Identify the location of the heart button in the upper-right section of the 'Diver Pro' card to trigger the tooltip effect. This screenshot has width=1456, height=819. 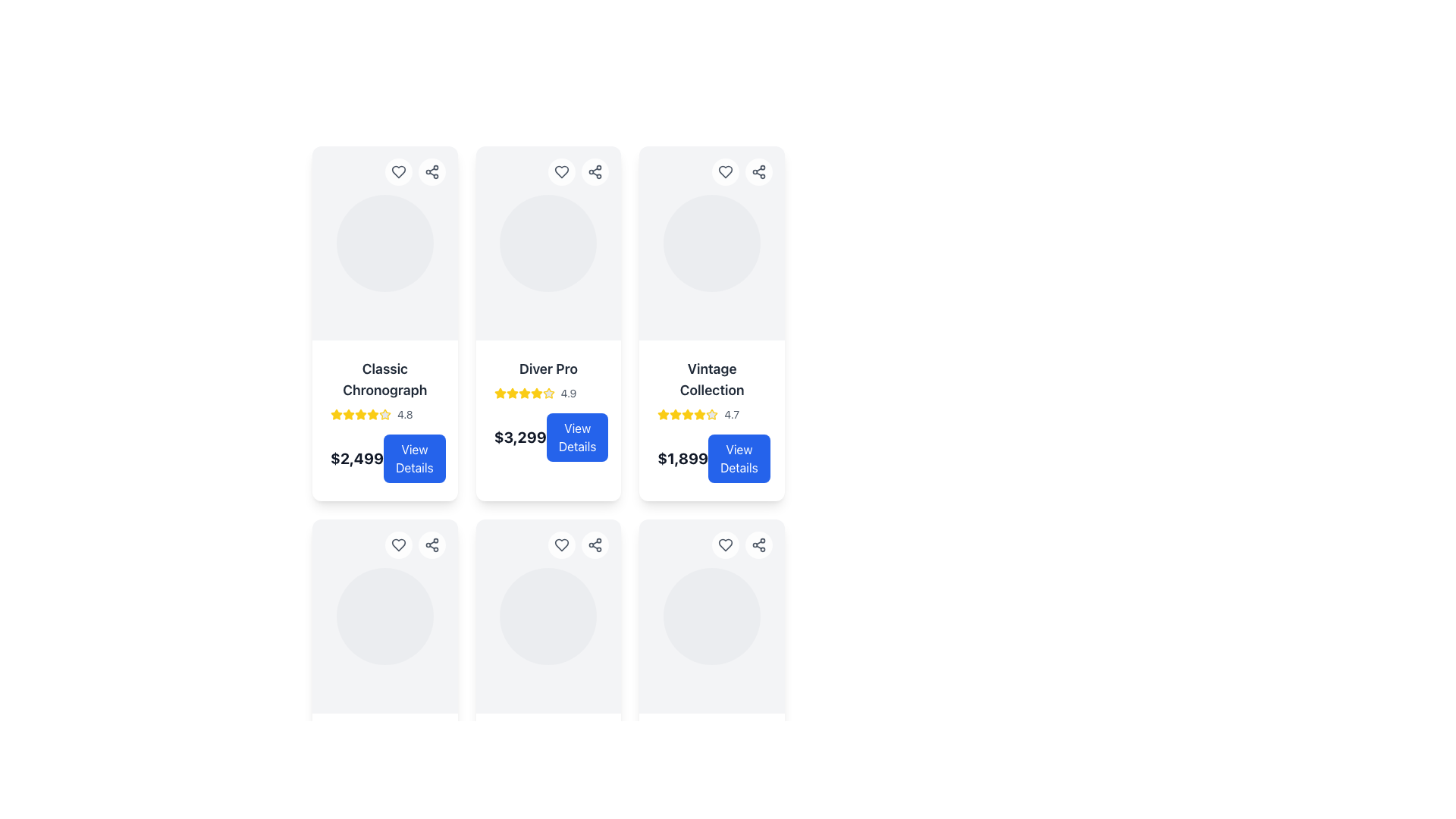
(578, 171).